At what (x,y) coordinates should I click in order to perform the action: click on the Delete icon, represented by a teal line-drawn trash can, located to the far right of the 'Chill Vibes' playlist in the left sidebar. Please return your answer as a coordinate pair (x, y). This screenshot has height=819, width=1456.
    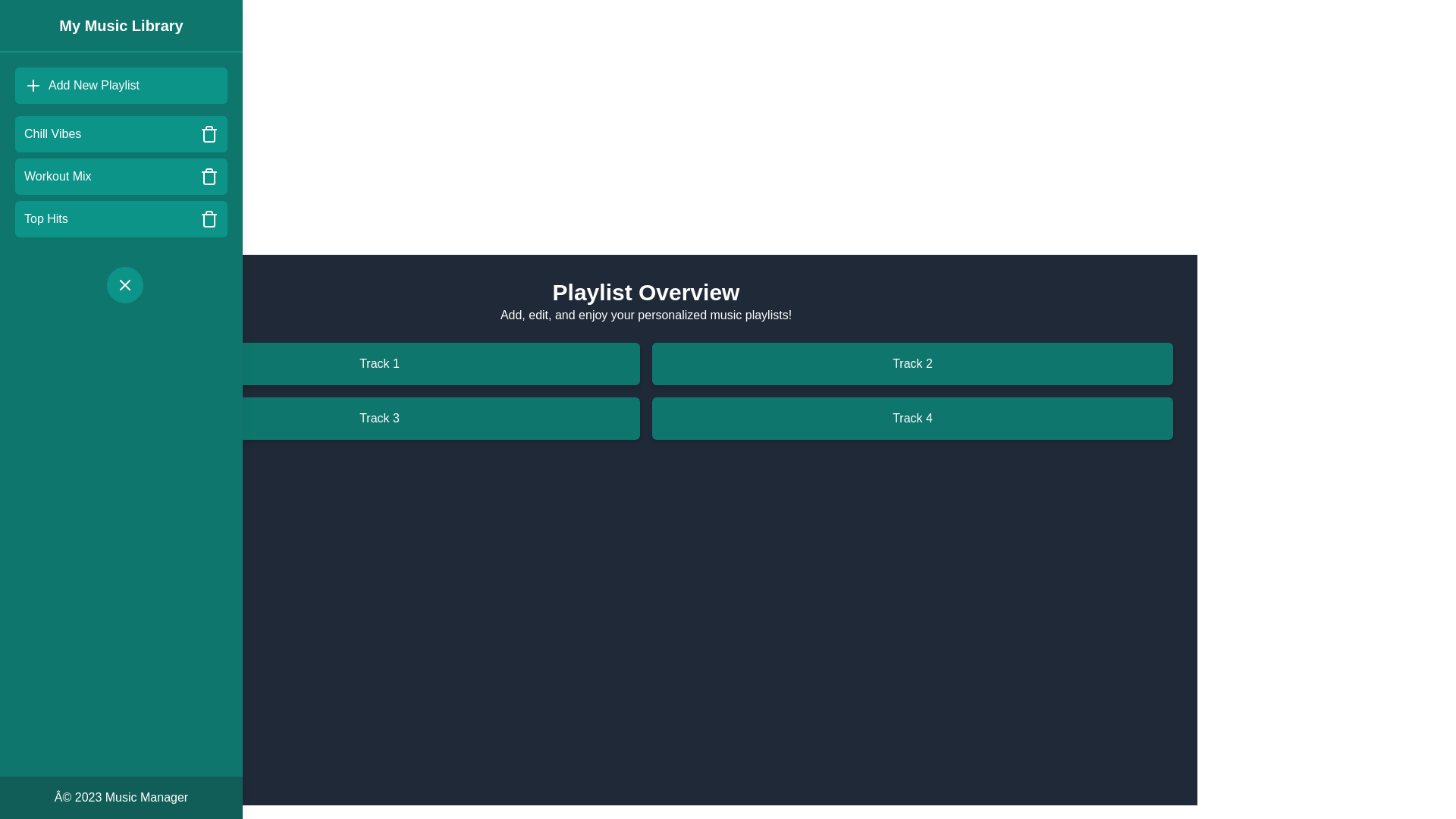
    Looking at the image, I should click on (208, 133).